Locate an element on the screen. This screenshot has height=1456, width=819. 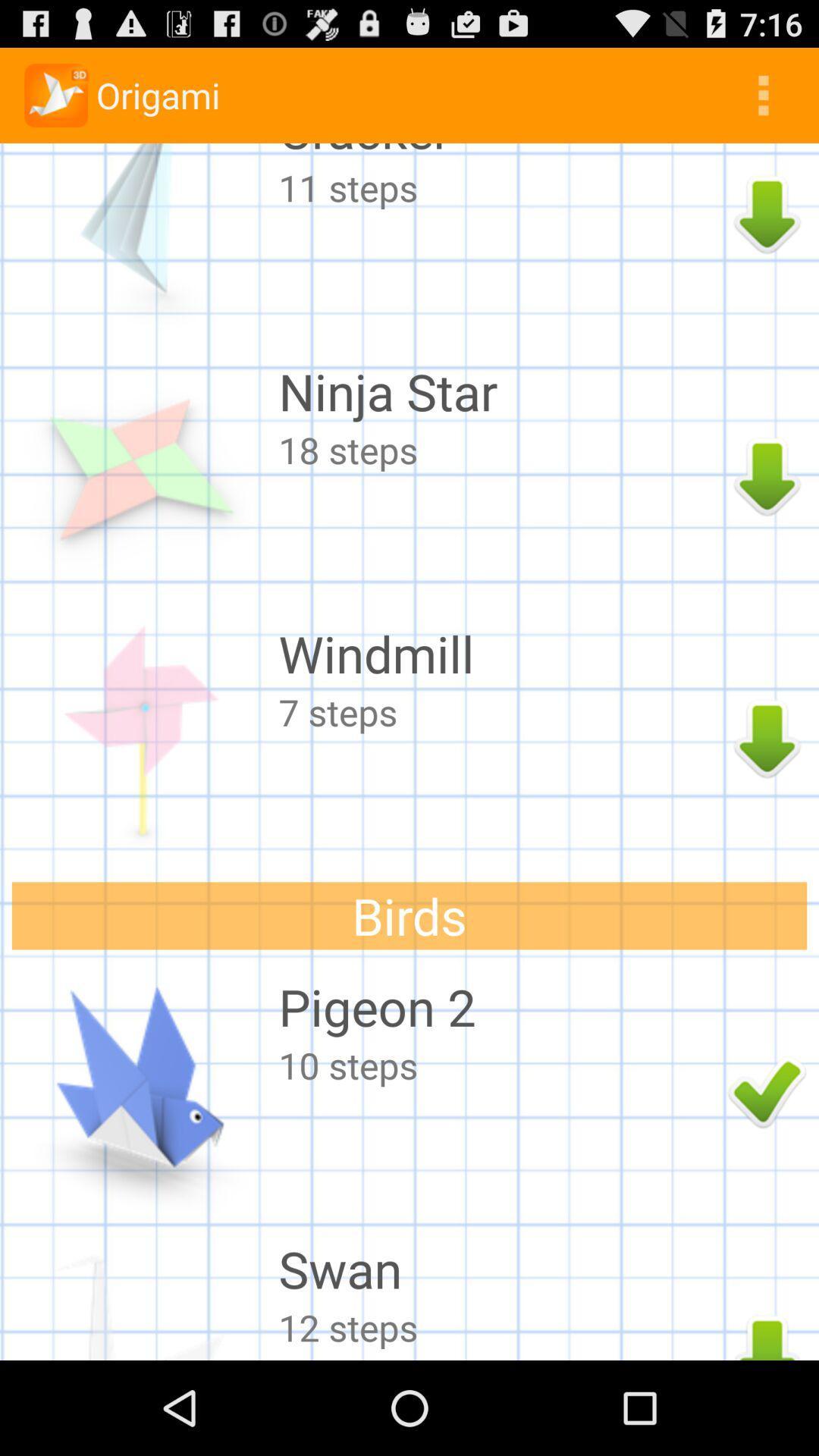
11 steps item is located at coordinates (499, 187).